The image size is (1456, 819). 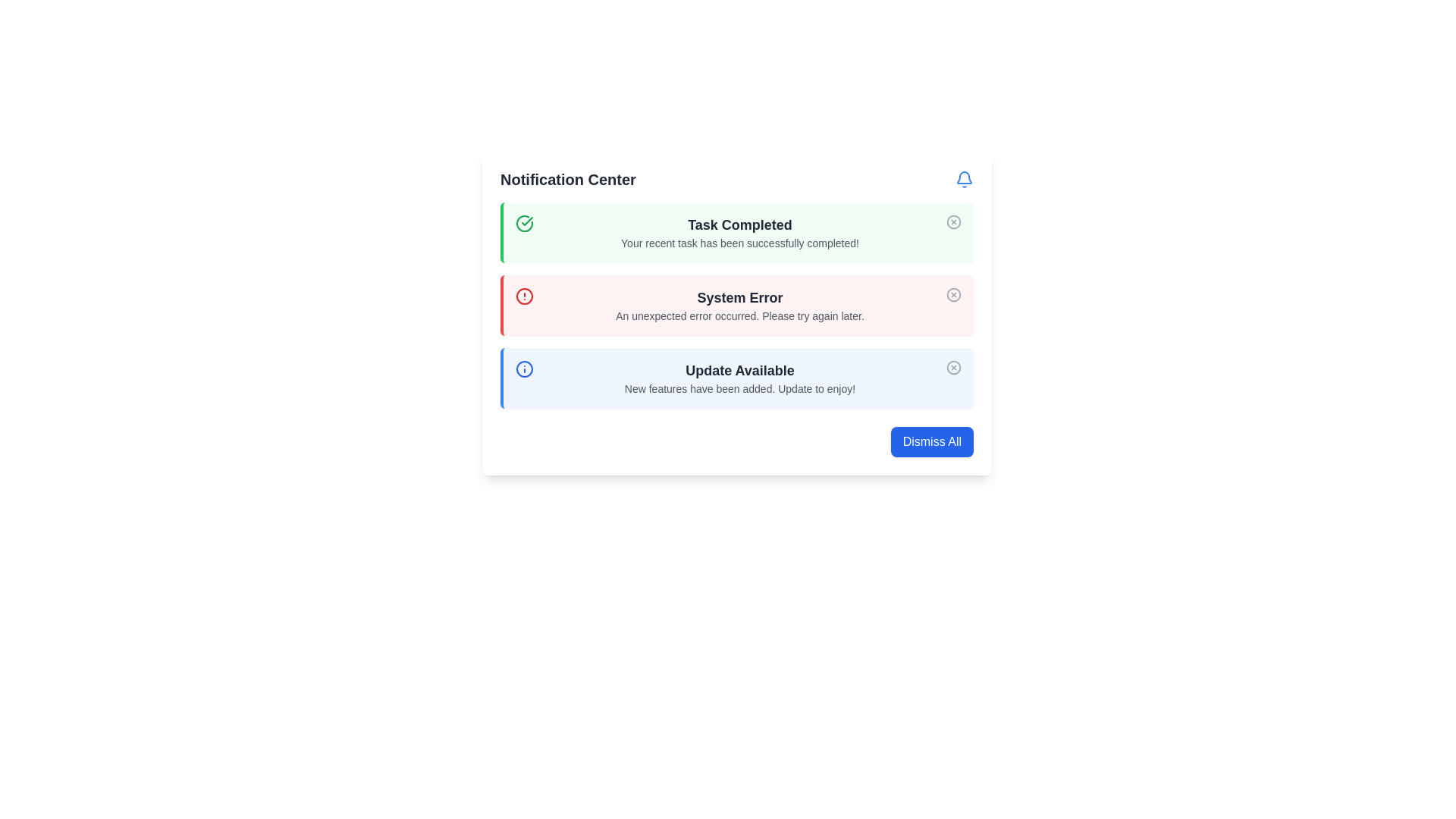 I want to click on the small circular information alert icon with a blue fill, located at the start of the 'Update Available' notification panel in the third row, so click(x=524, y=369).